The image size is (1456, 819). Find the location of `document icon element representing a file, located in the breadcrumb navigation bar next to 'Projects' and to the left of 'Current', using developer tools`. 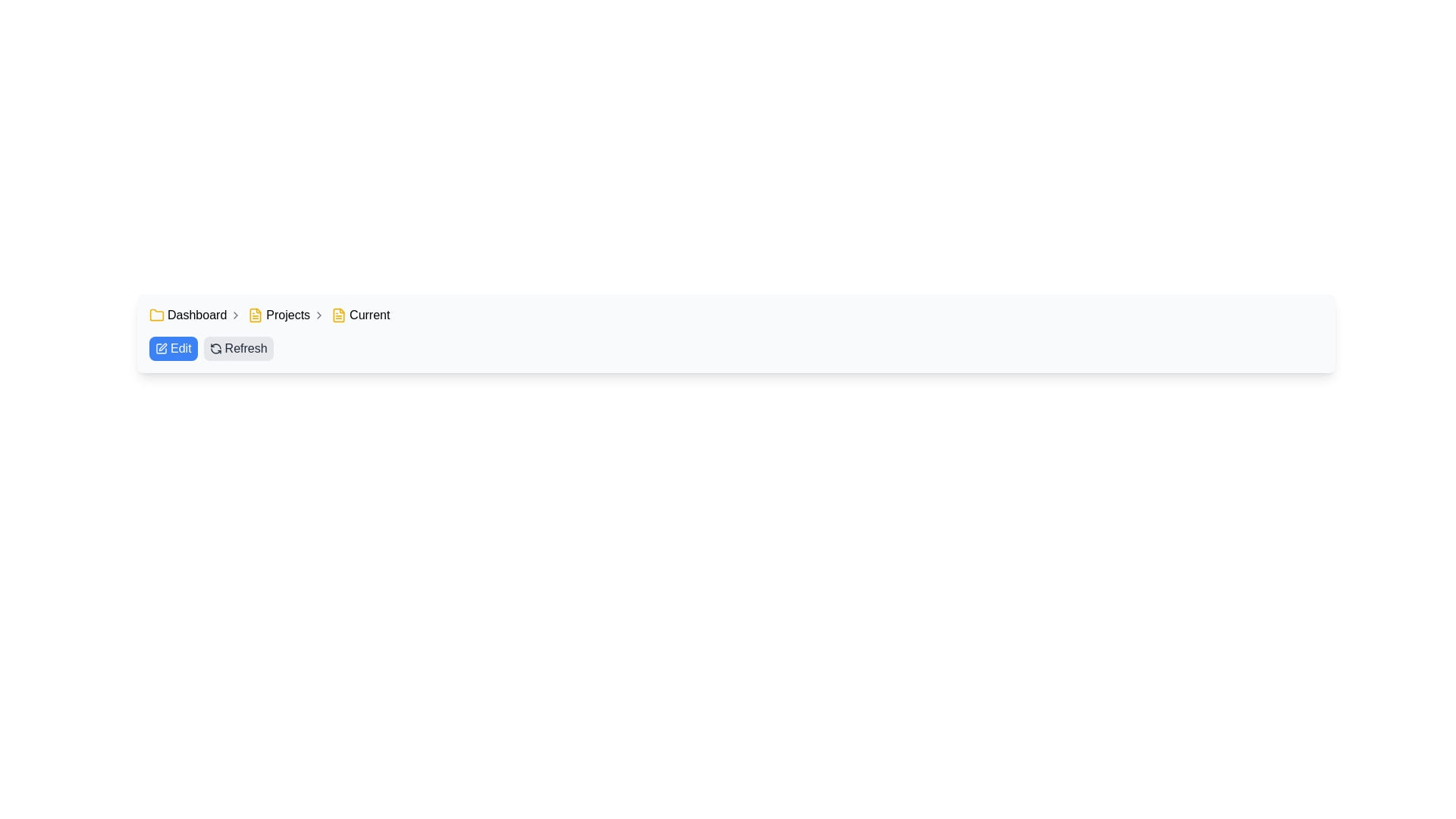

document icon element representing a file, located in the breadcrumb navigation bar next to 'Projects' and to the left of 'Current', using developer tools is located at coordinates (338, 315).